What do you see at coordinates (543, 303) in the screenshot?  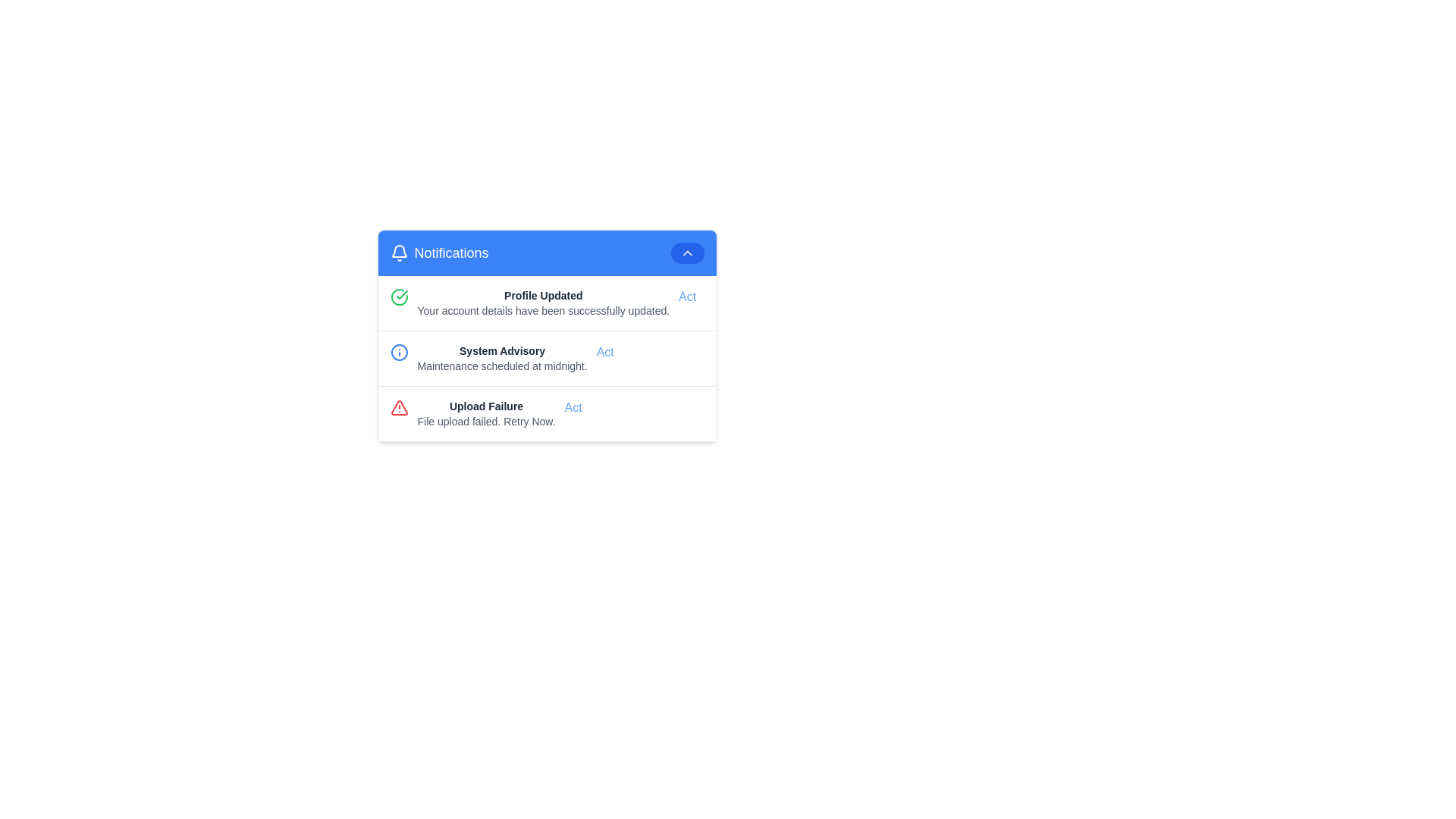 I see `the static text element that confirms an account update, which is positioned below a green checkmark icon and to the left of a blue 'Act' link` at bounding box center [543, 303].